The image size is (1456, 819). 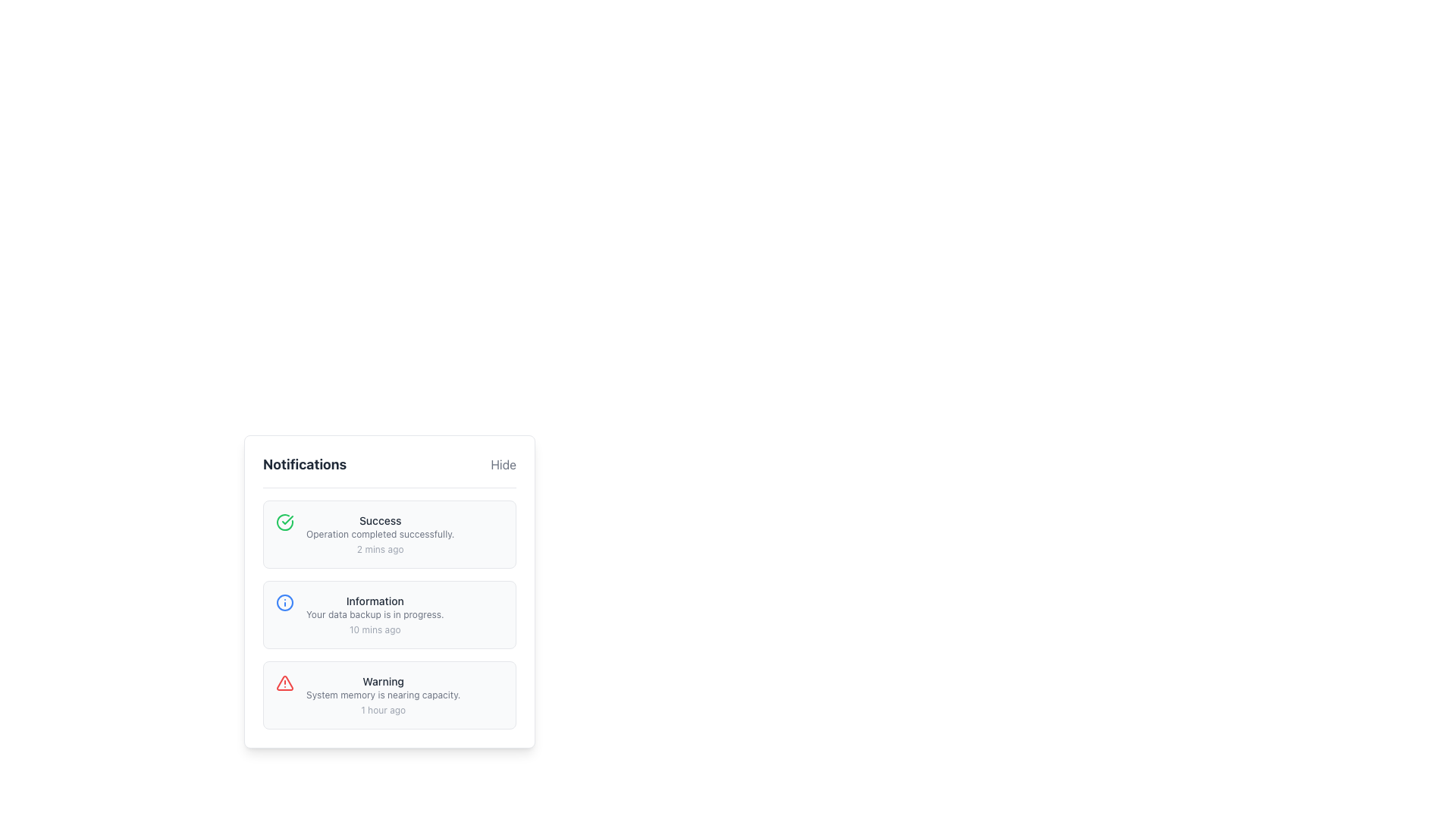 I want to click on the button positioned to the right of the 'Notifications' title to hide the notification panel, so click(x=503, y=464).